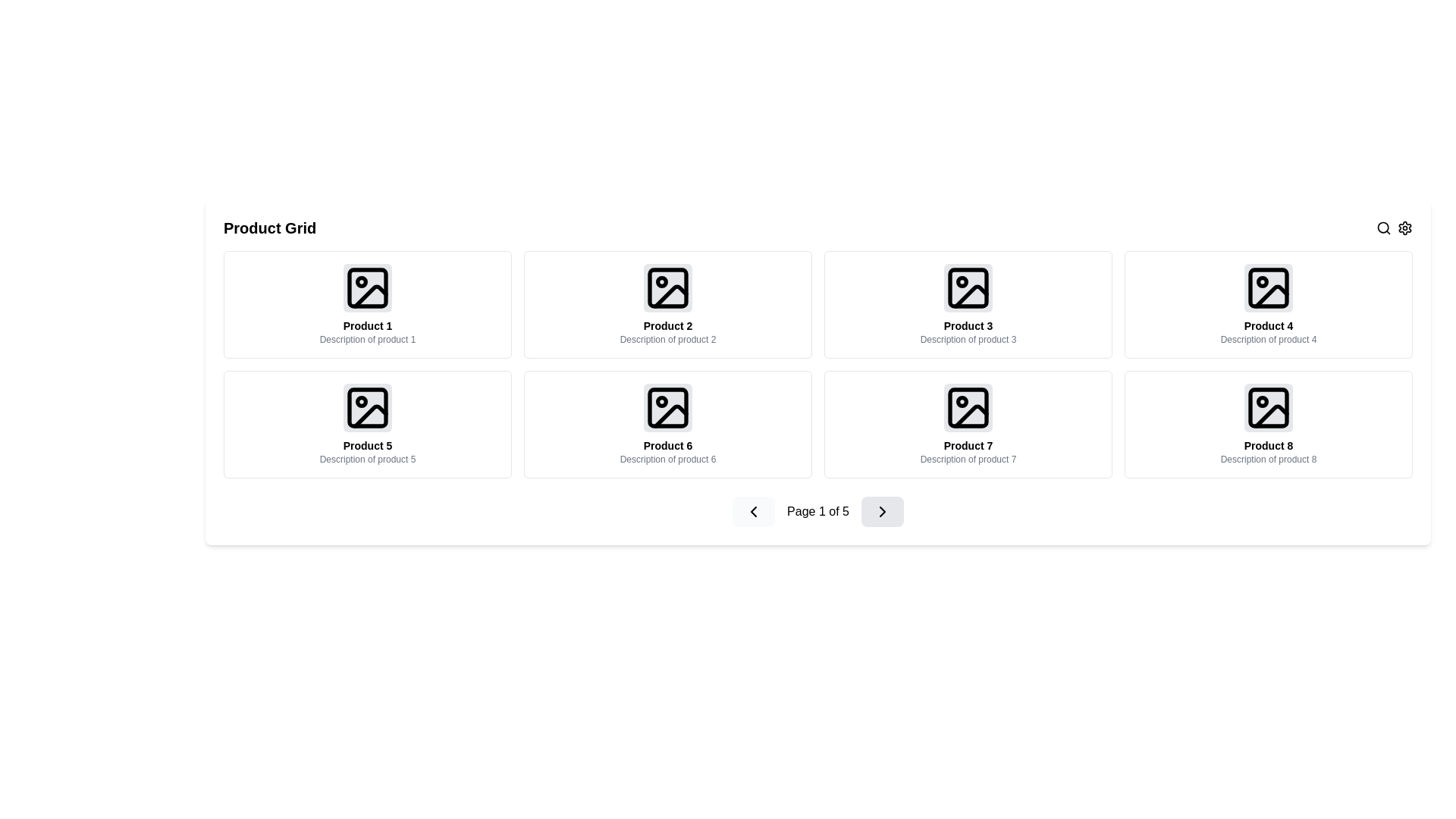  I want to click on the product title text located in the last column of the second row of the grid layout, so click(1269, 444).